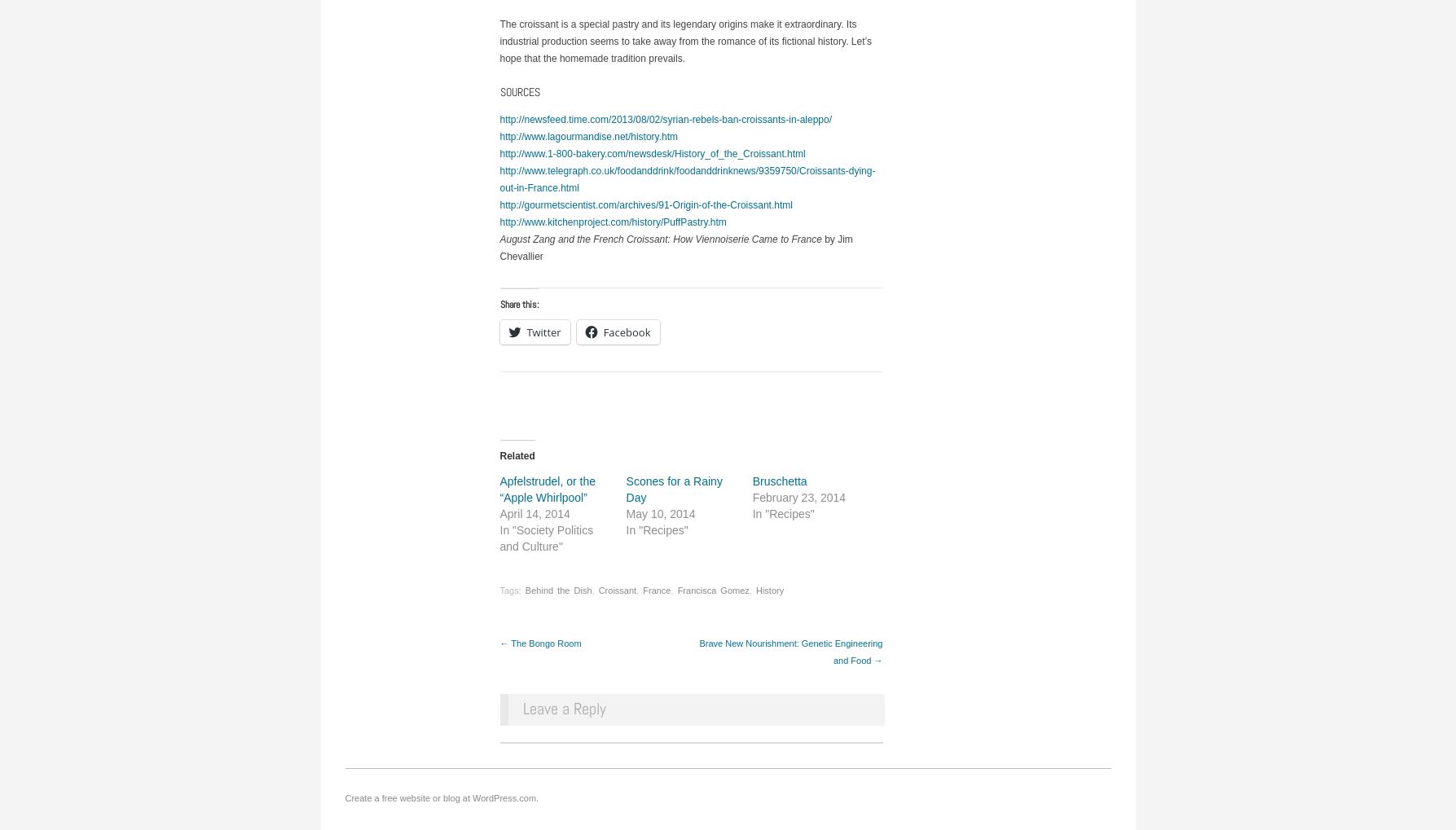 The height and width of the screenshot is (830, 1456). Describe the element at coordinates (498, 246) in the screenshot. I see `'by Jim Chevallier'` at that location.